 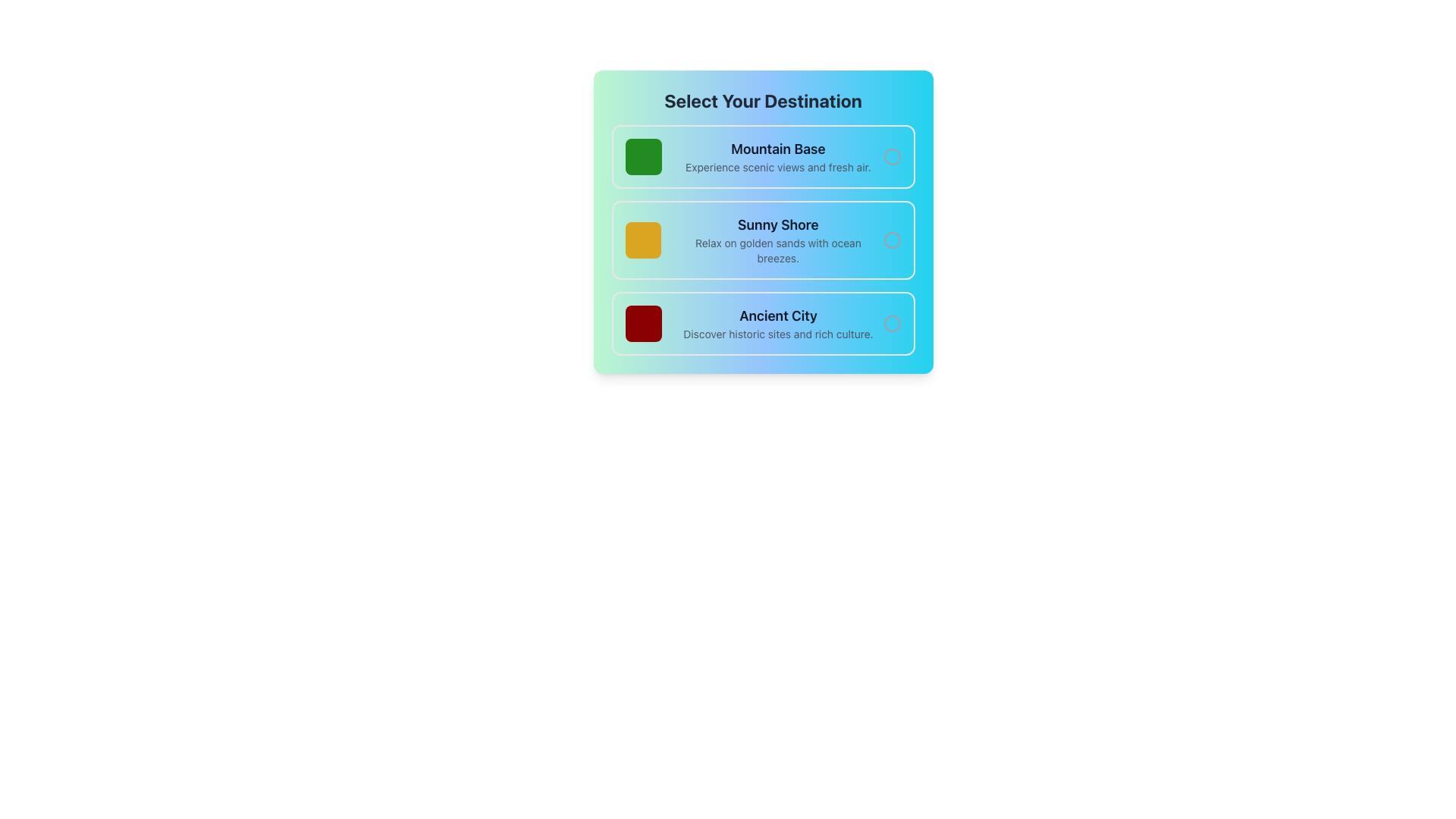 I want to click on the 'Sunny Shore' title text label, which is located in the second group of items under the header 'Select Your Destination', so click(x=778, y=225).